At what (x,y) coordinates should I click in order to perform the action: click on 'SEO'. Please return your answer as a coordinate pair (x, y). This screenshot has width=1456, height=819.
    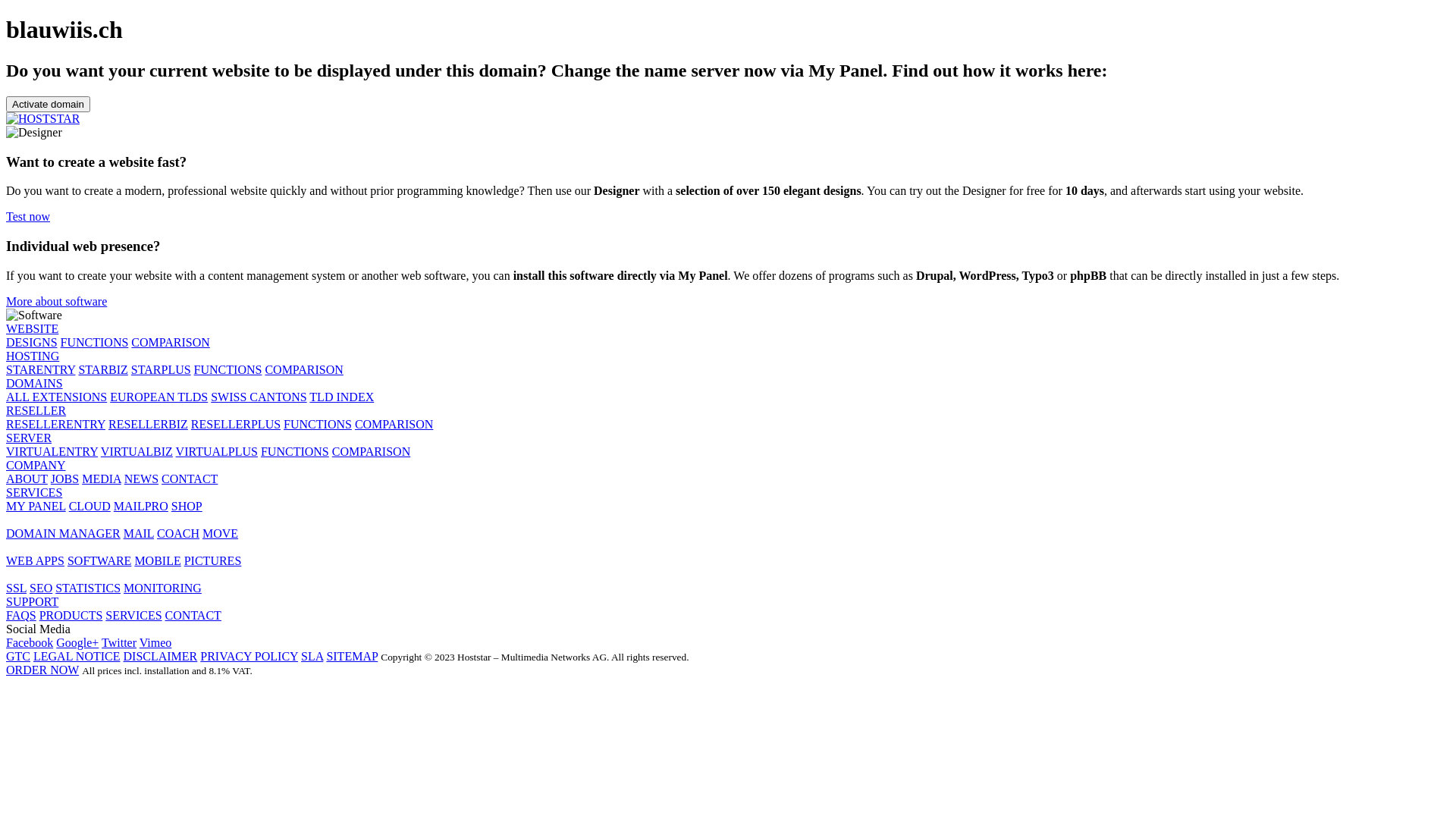
    Looking at the image, I should click on (40, 587).